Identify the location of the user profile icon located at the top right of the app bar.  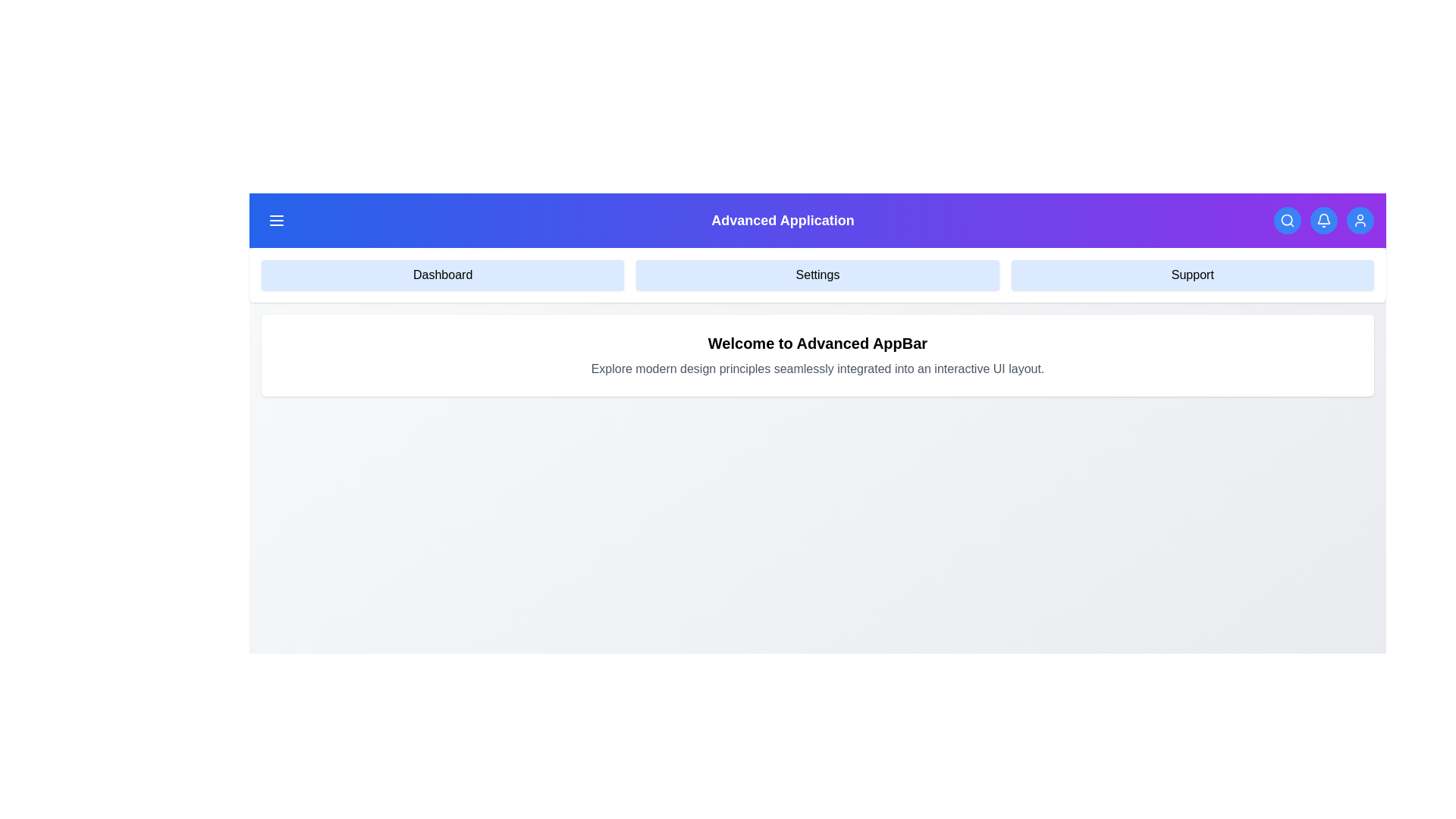
(1360, 220).